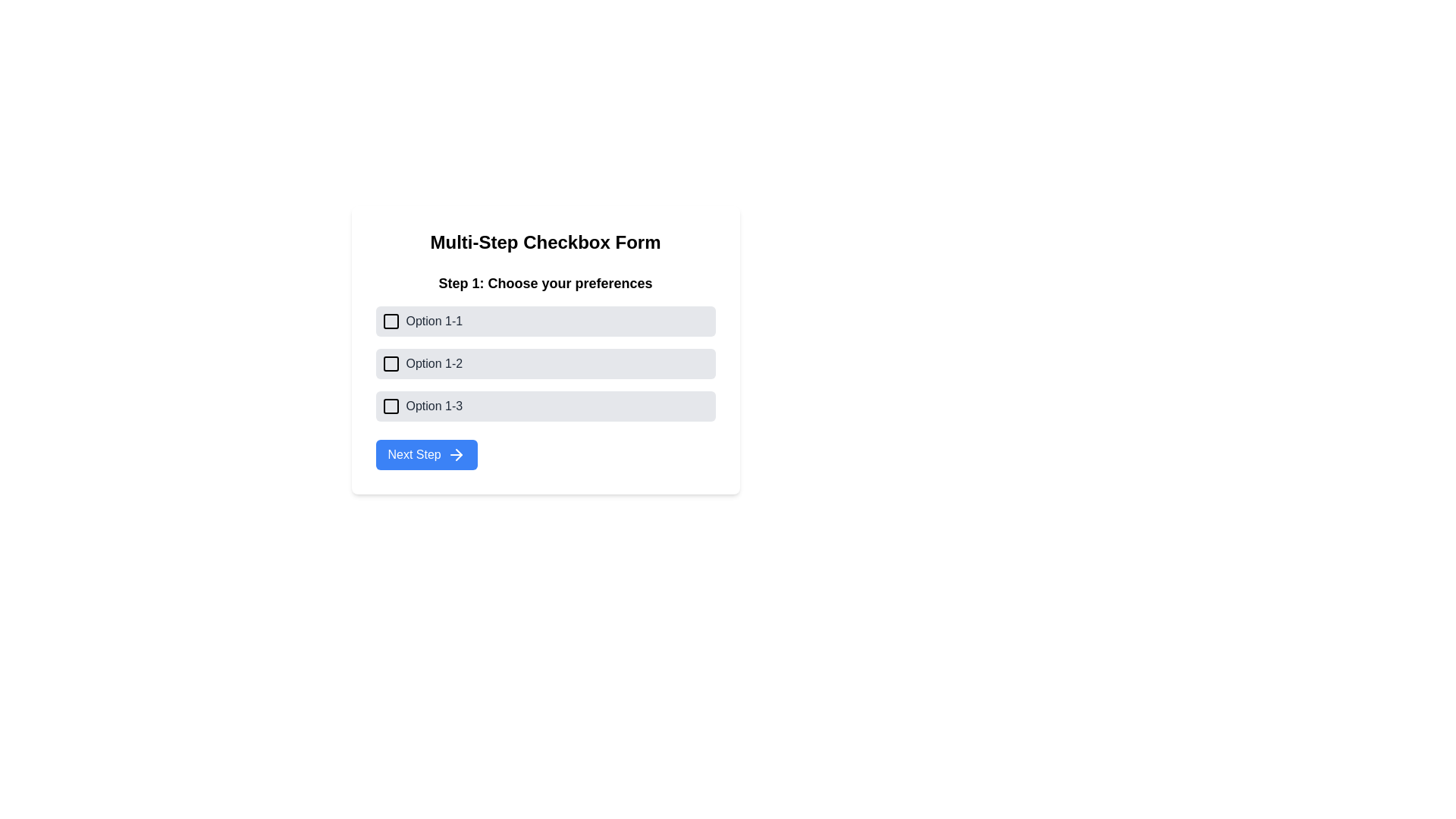 Image resolution: width=1456 pixels, height=819 pixels. Describe the element at coordinates (391, 321) in the screenshot. I see `the checkbox icon with a black border and gray filling located to the left of the text 'Option 1-1'` at that location.